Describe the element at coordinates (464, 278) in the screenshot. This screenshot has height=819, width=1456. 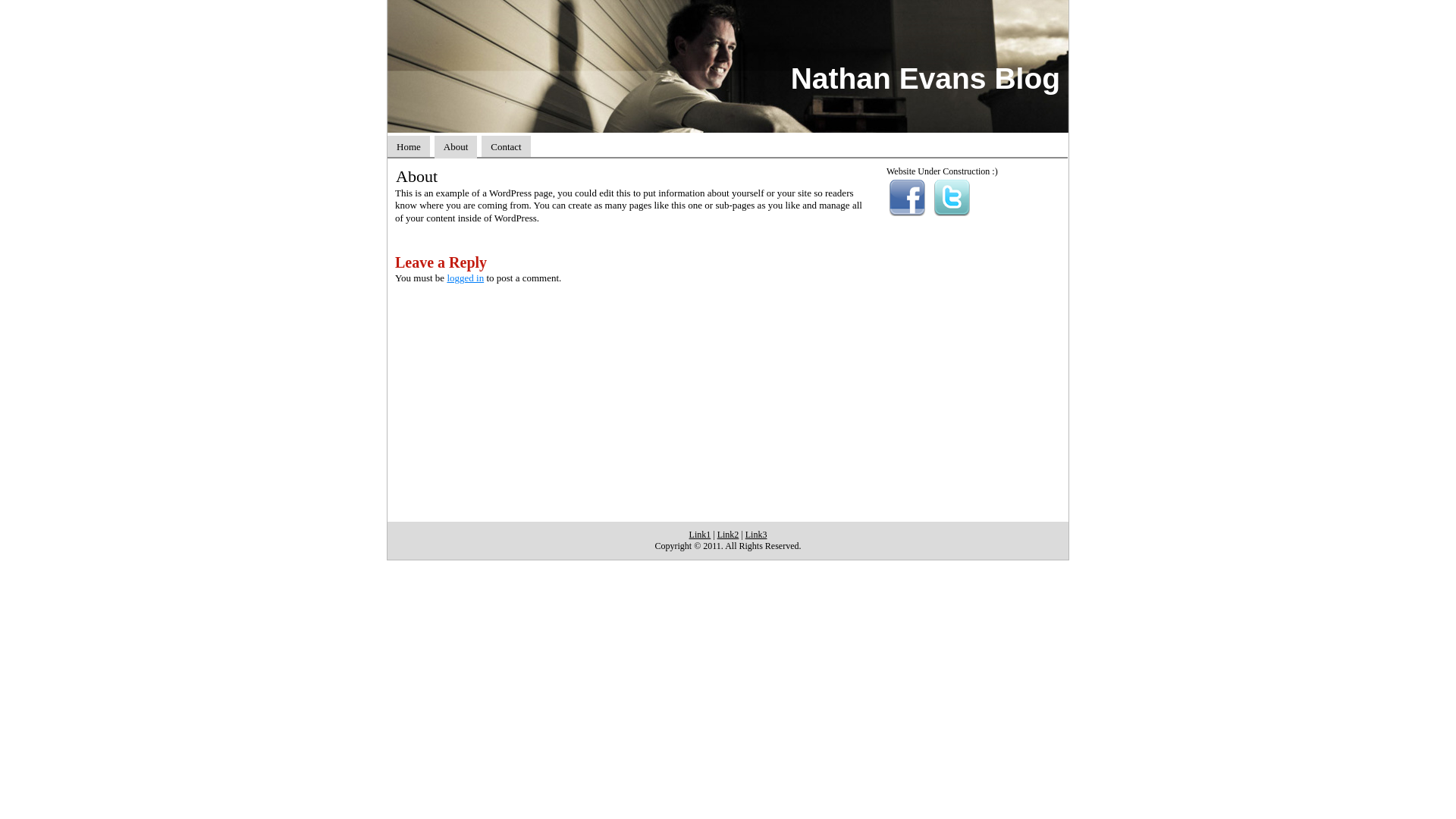
I see `'logged in'` at that location.